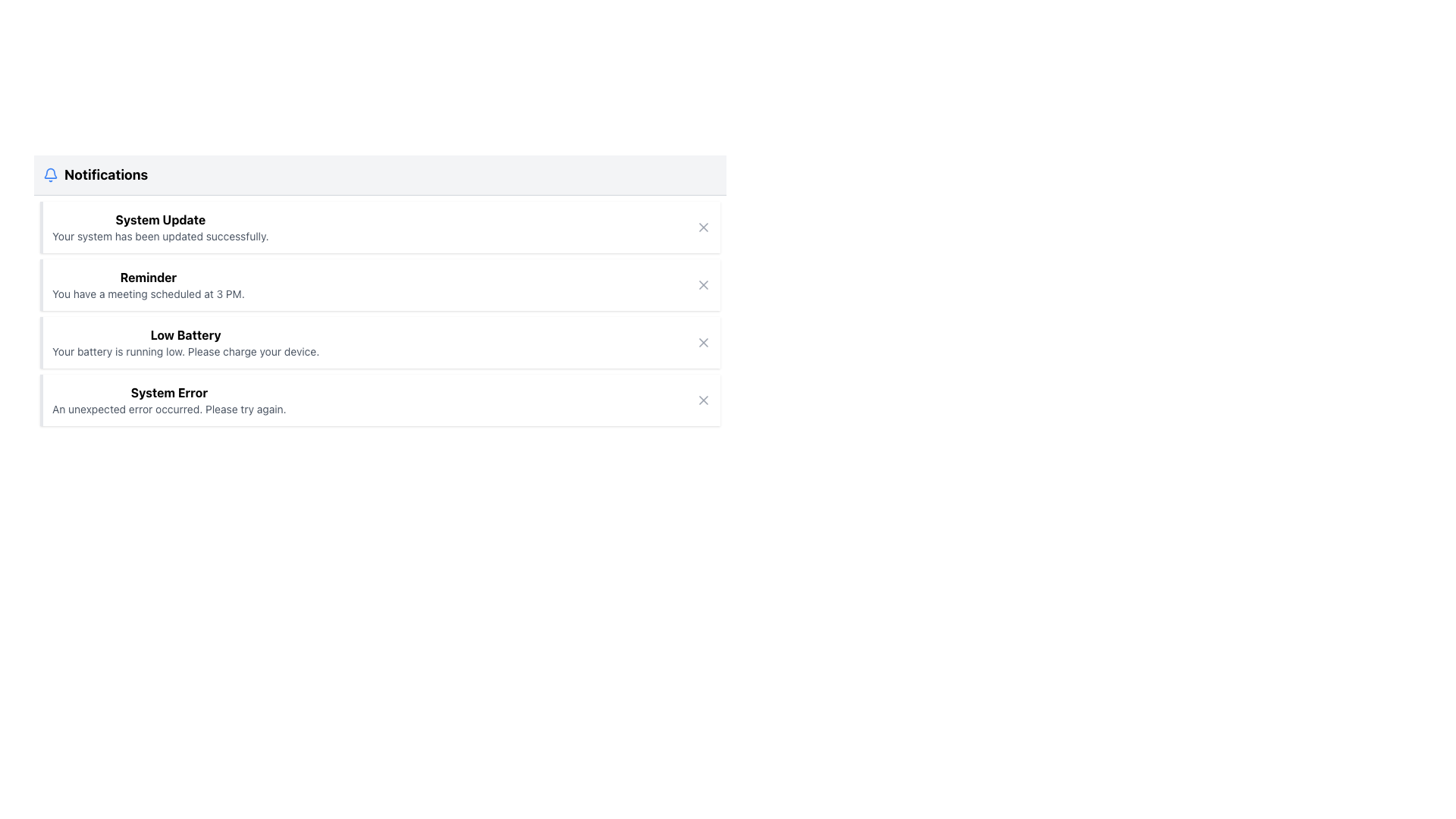 Image resolution: width=1456 pixels, height=819 pixels. Describe the element at coordinates (160, 219) in the screenshot. I see `text content of the title label for the first notification, which categorizes and summarizes the content of the notification panel, located above the text 'Your system has been updated successfully.'` at that location.